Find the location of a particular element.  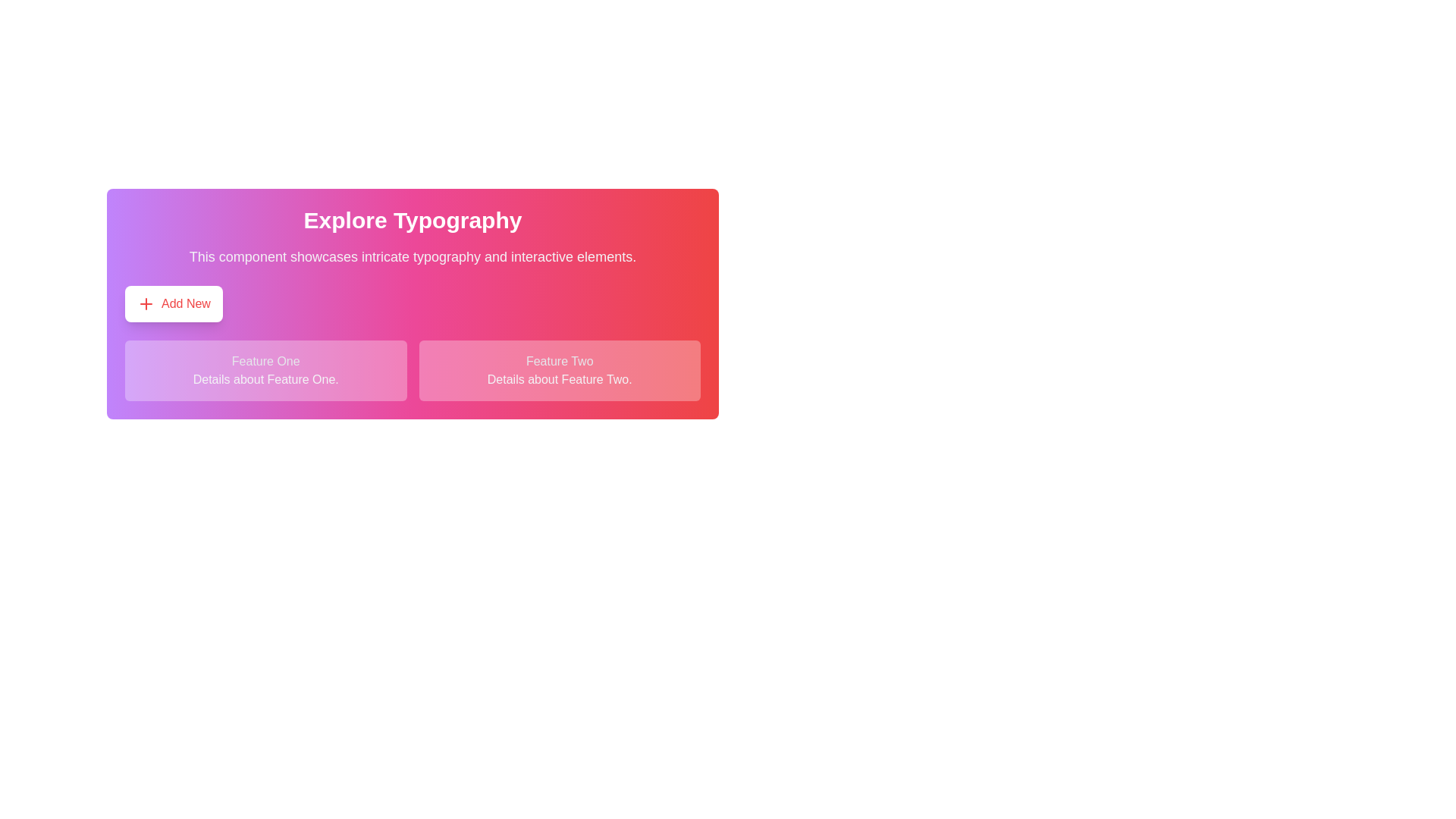

the 'Add New' text label which indicates the functionality of the containing button, positioned at the center-right of the button element is located at coordinates (185, 304).